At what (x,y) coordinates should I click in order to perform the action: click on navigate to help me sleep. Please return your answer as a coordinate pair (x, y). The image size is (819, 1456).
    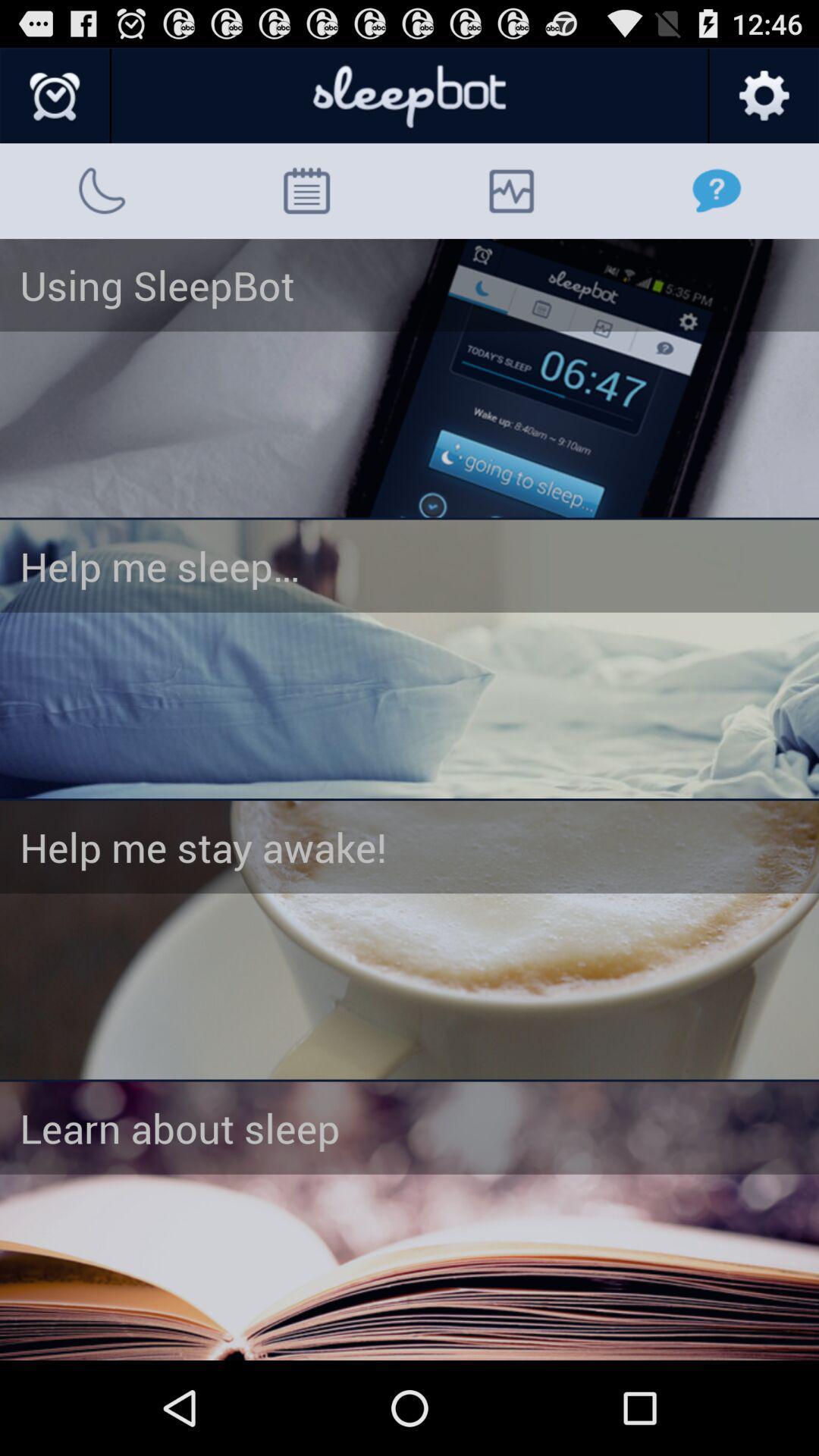
    Looking at the image, I should click on (409, 659).